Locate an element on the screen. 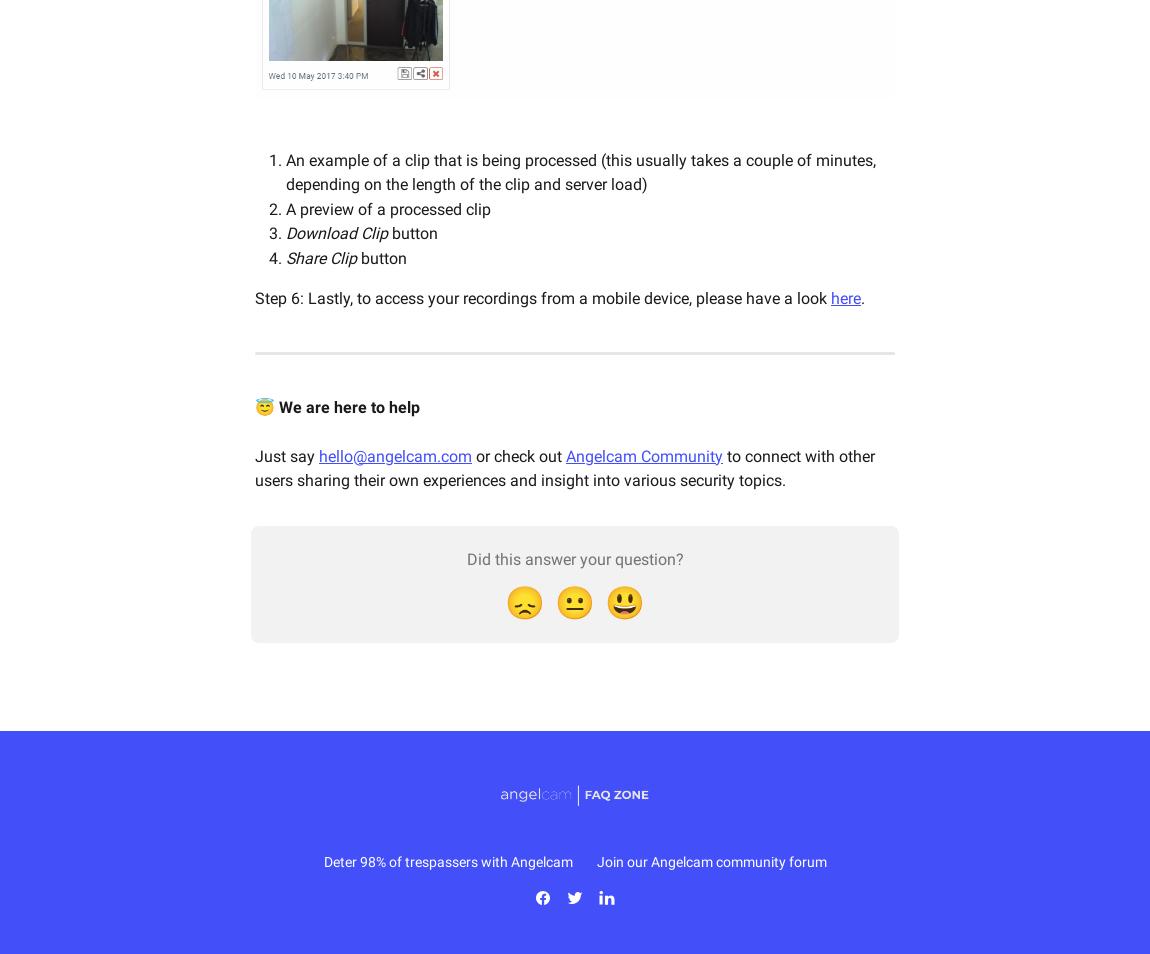  'hello@angelcam.com' is located at coordinates (395, 455).